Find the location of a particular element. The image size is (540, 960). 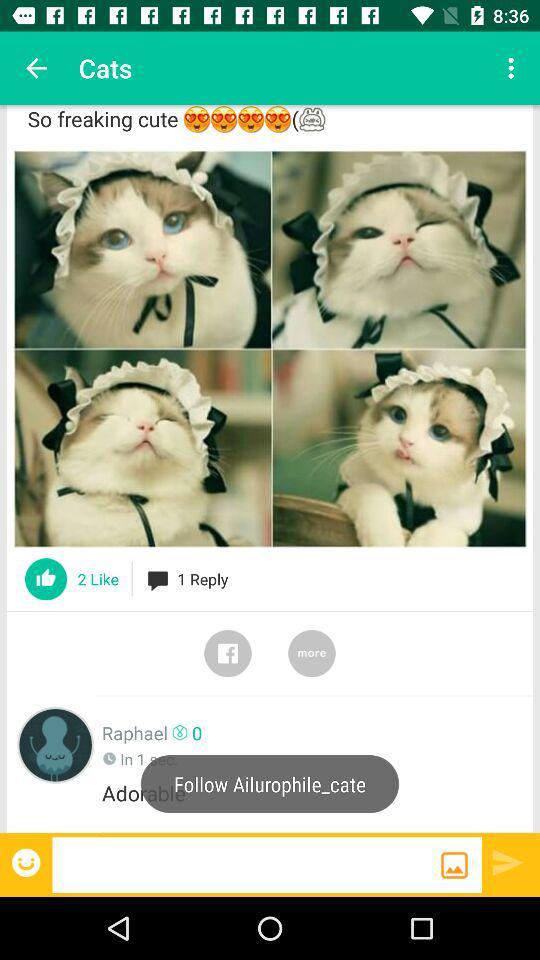

see profile picture is located at coordinates (55, 744).